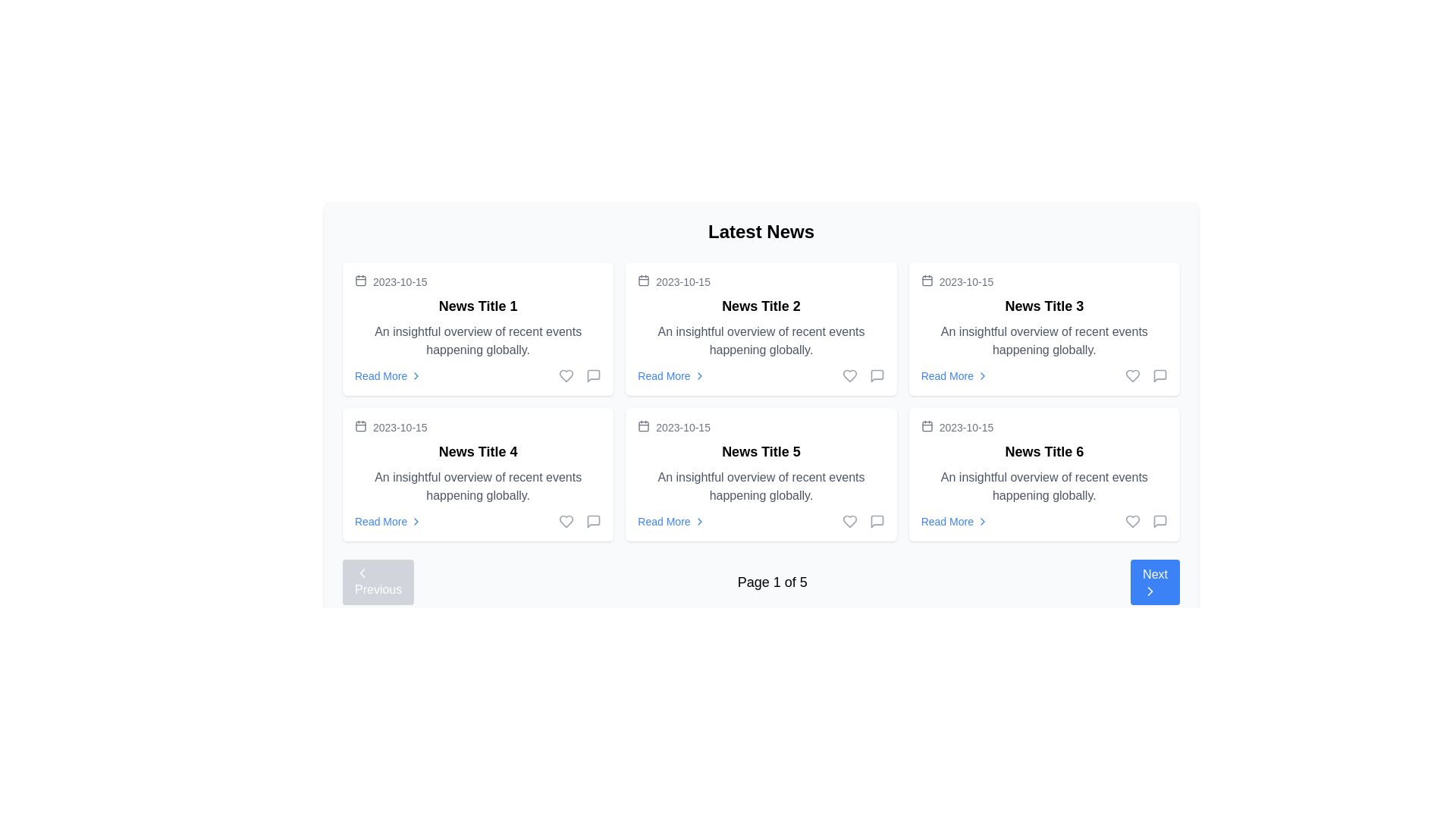  I want to click on the text content element that provides a summary of the news article titled 'News Title 2', so click(761, 341).